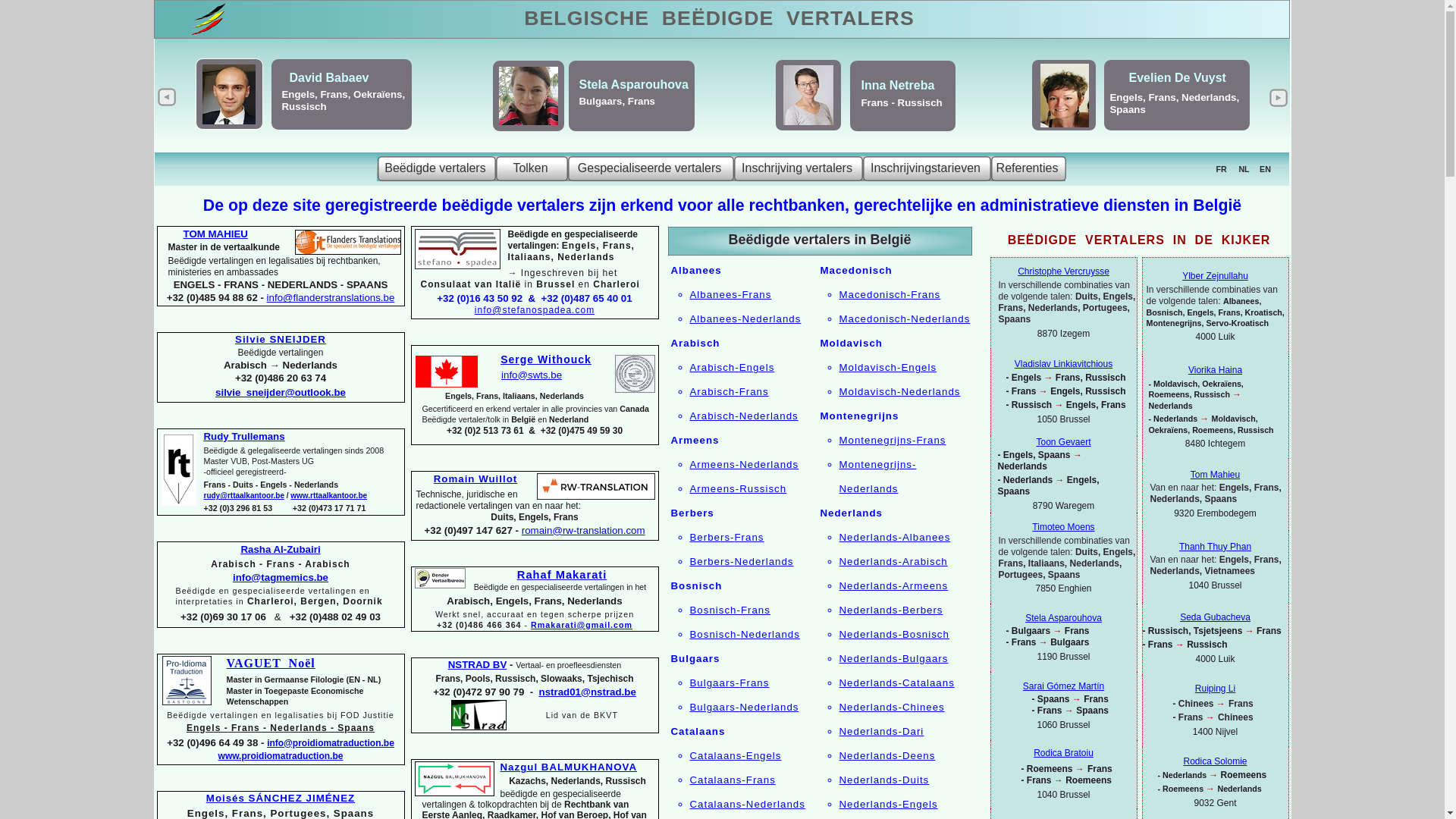  I want to click on 'Ruiping Li', so click(1215, 688).